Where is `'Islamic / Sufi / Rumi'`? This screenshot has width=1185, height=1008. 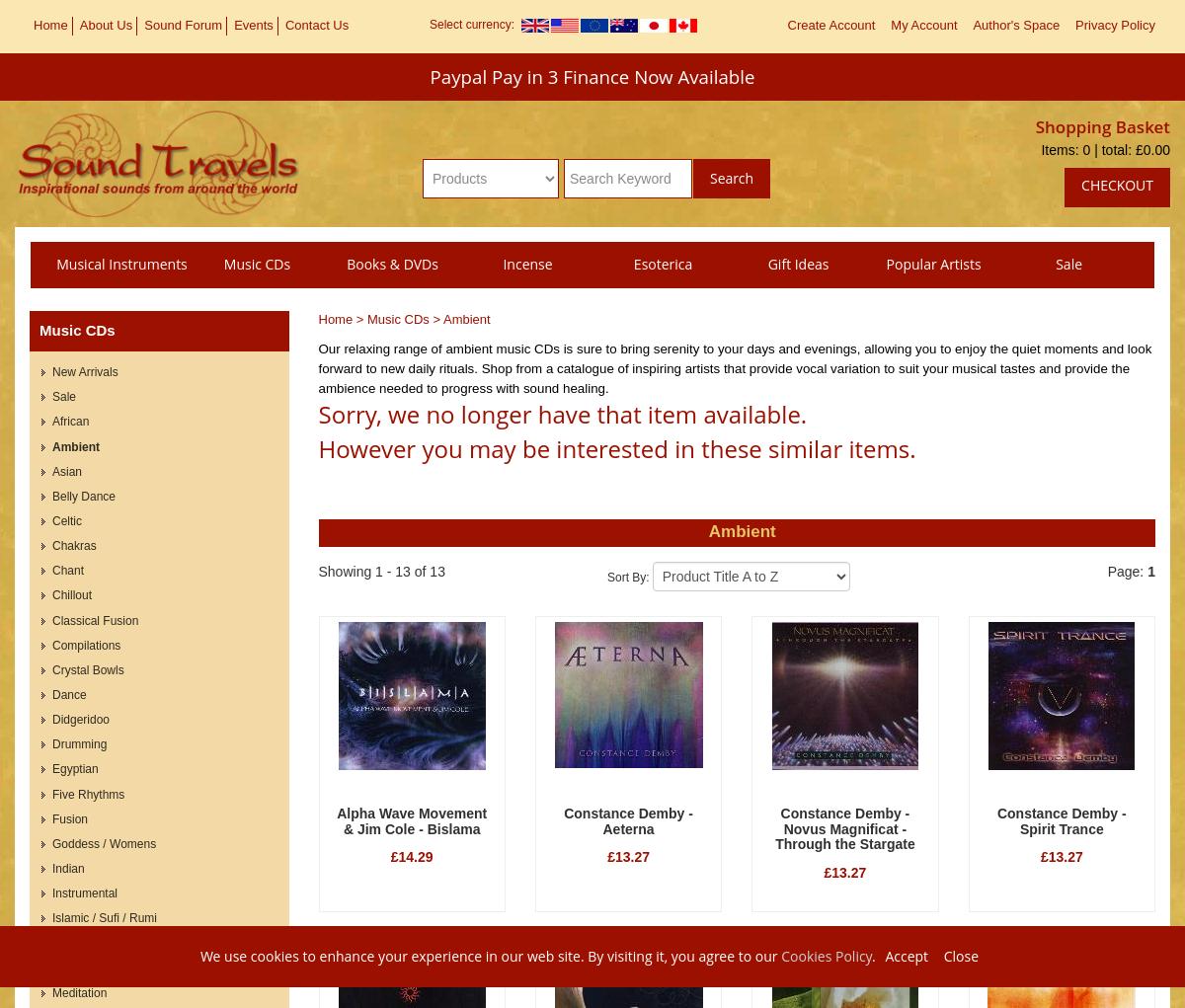
'Islamic / Sufi / Rumi' is located at coordinates (52, 918).